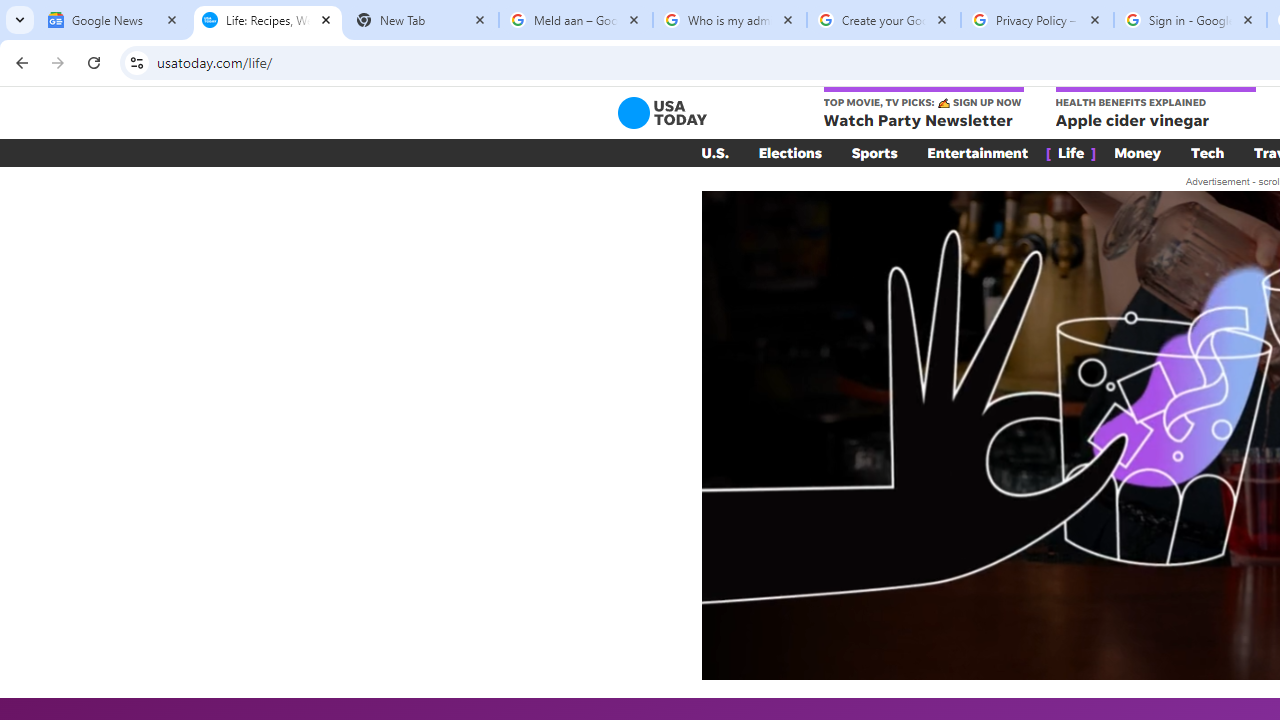  Describe the element at coordinates (1070, 152) in the screenshot. I see `'[ Life ]'` at that location.